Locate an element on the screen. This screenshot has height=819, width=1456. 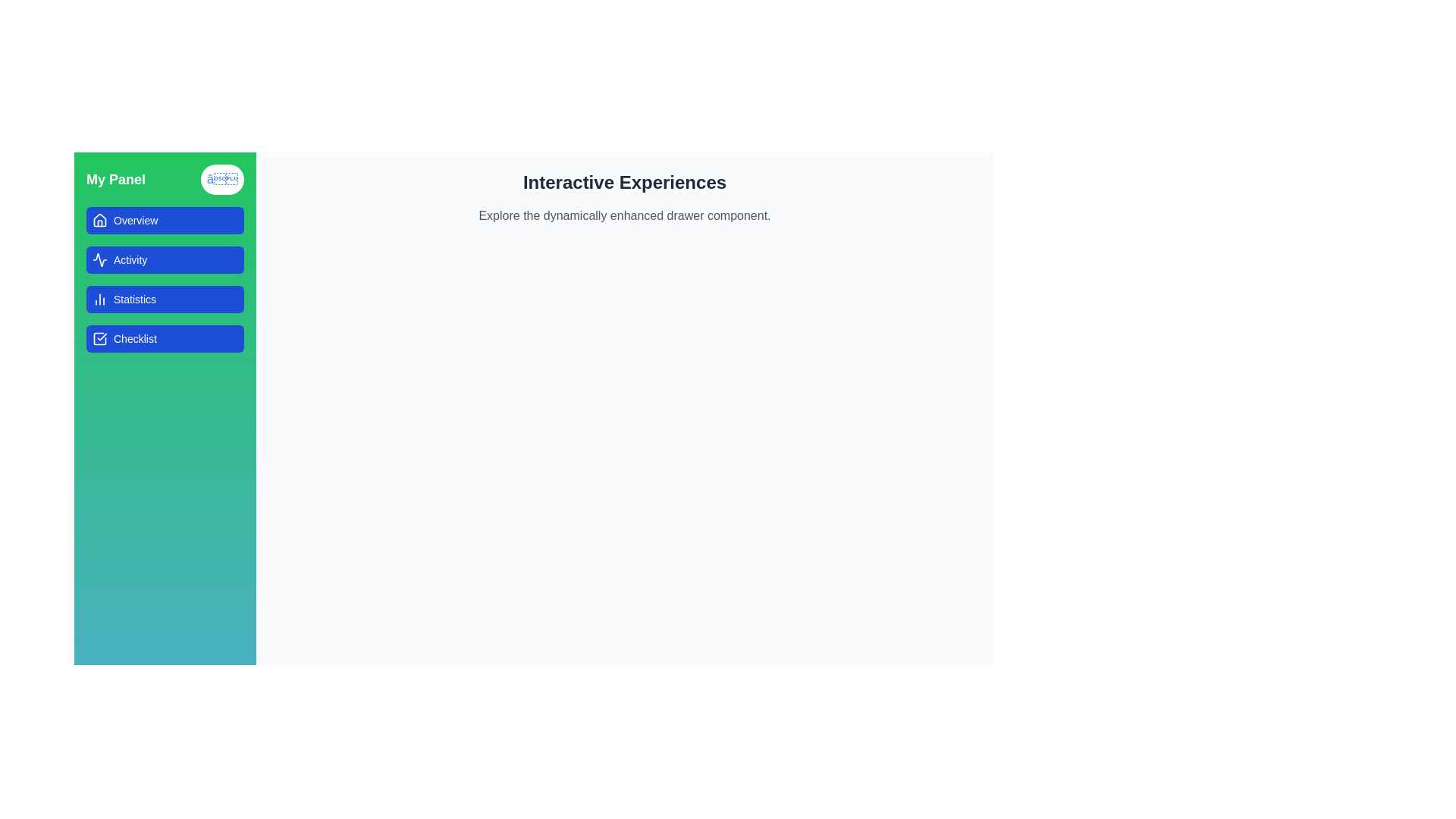
the 'Overview' text element, which is blue-colored and located to the right of a house icon inside the first blue button in the left vertical navigation panel is located at coordinates (136, 220).